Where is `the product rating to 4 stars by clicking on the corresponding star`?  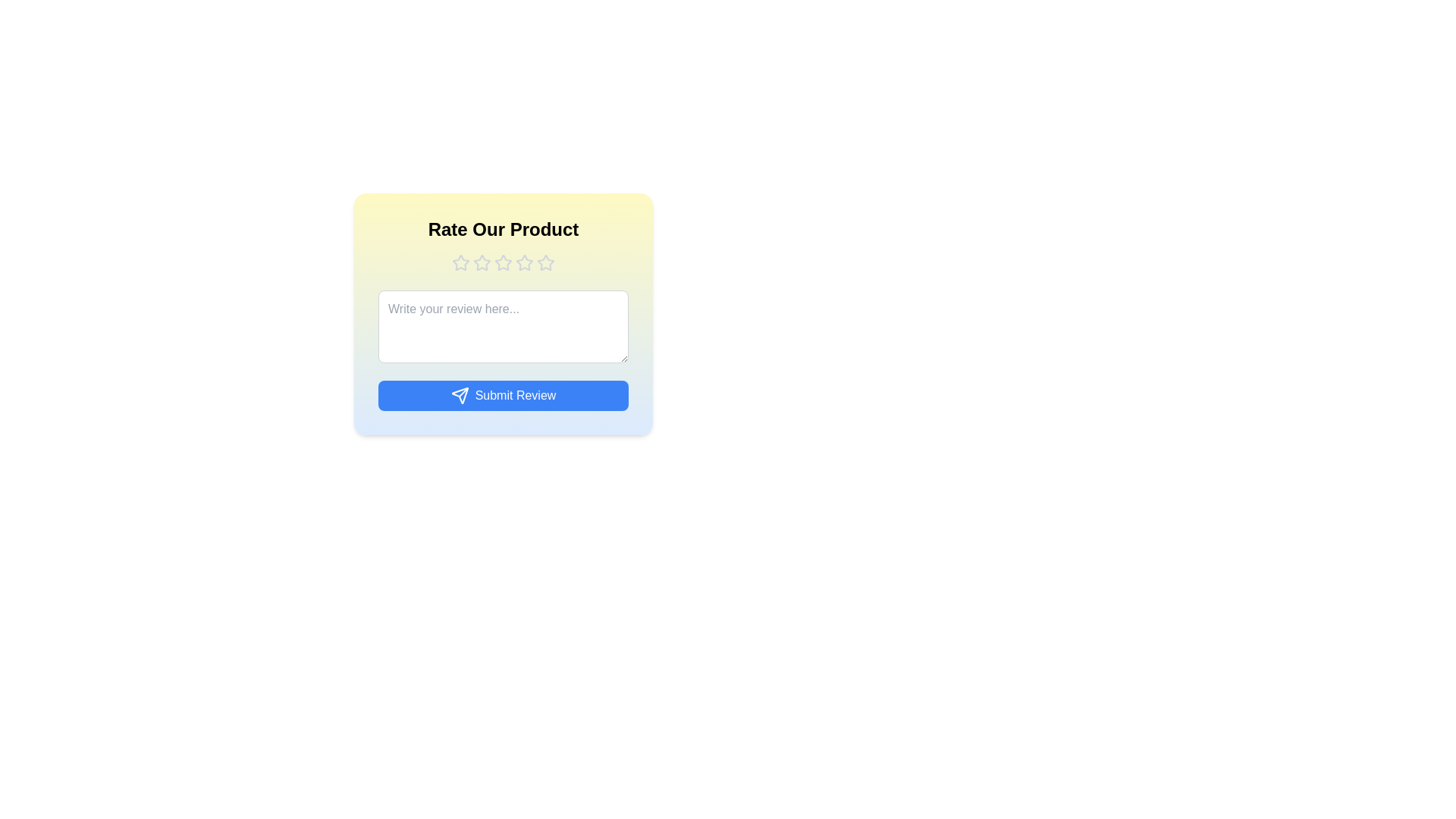 the product rating to 4 stars by clicking on the corresponding star is located at coordinates (524, 262).